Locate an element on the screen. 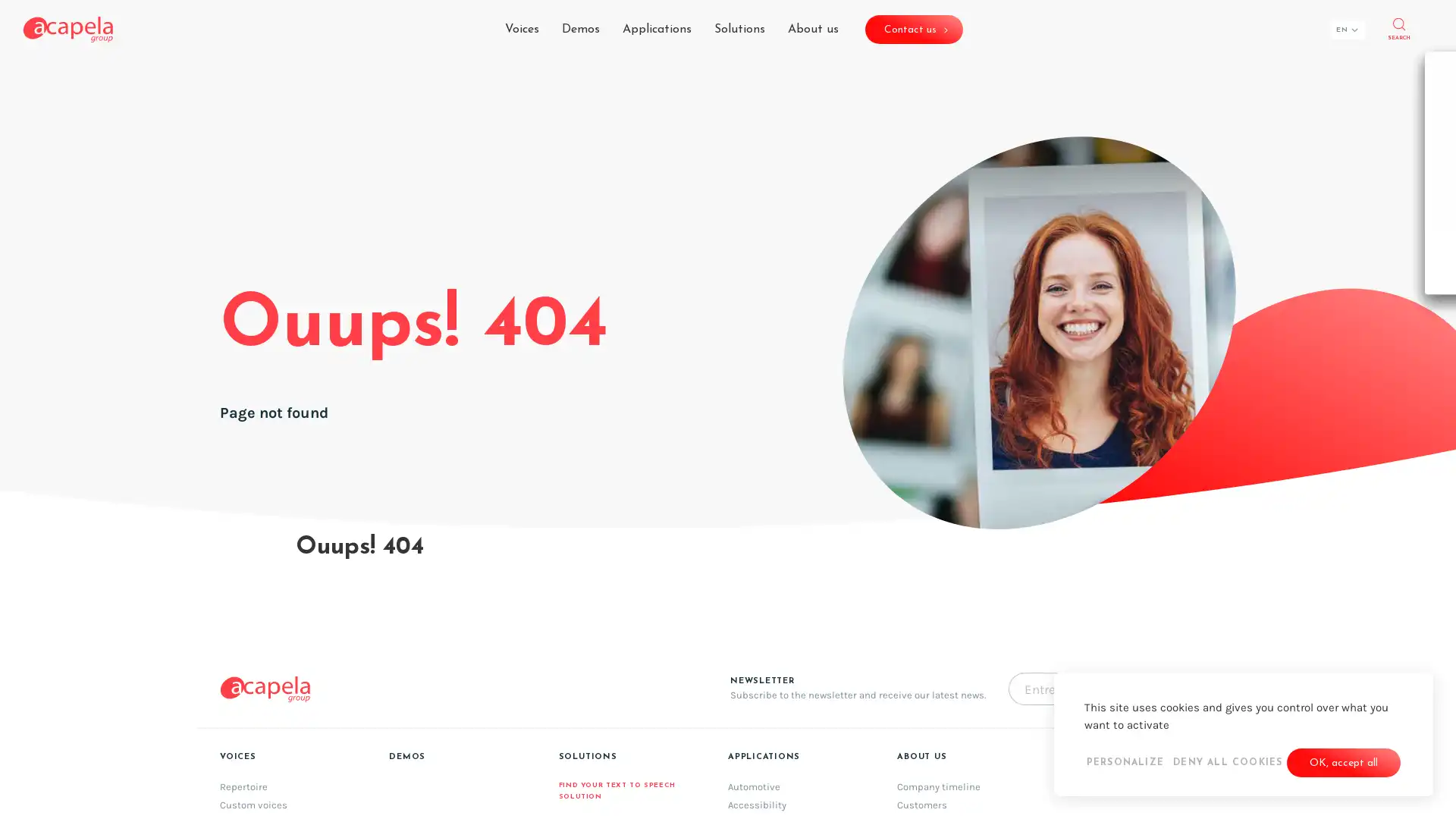 This screenshot has width=1456, height=819. OK, accept all is located at coordinates (1343, 763).